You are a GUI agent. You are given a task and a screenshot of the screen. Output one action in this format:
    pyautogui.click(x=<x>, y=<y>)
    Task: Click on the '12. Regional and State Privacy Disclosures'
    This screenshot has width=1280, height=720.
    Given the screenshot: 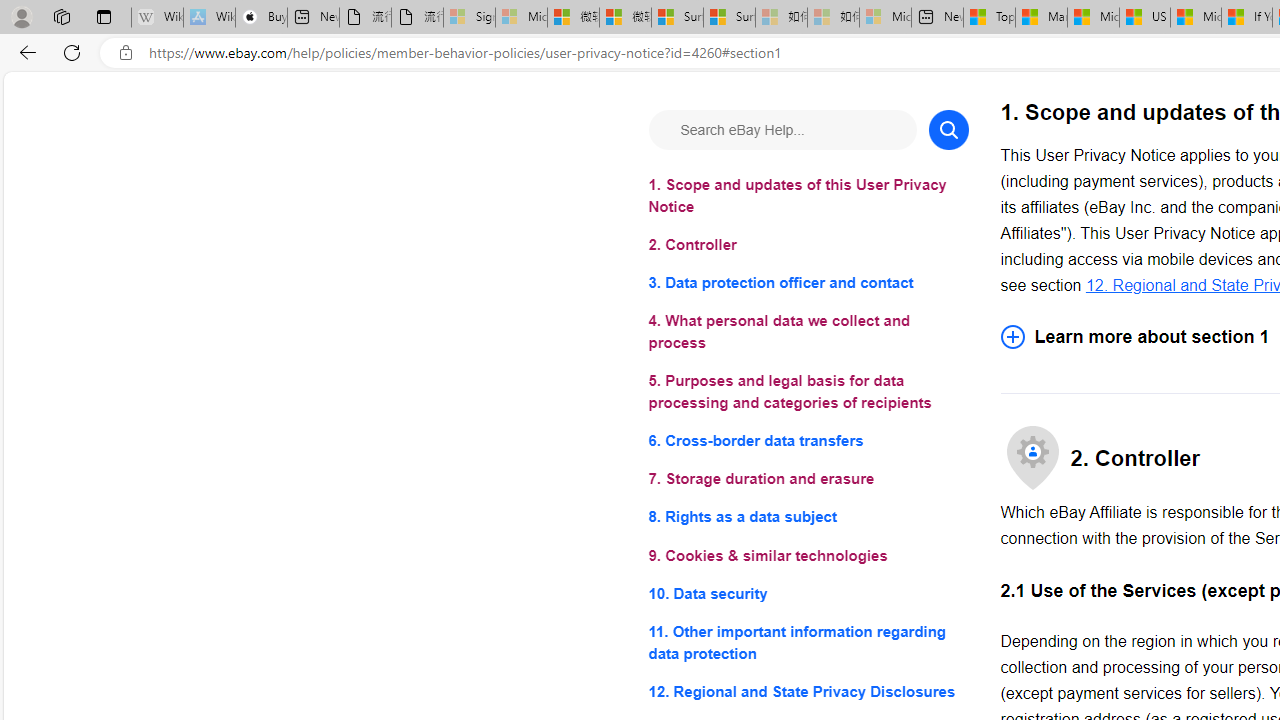 What is the action you would take?
    pyautogui.click(x=808, y=690)
    